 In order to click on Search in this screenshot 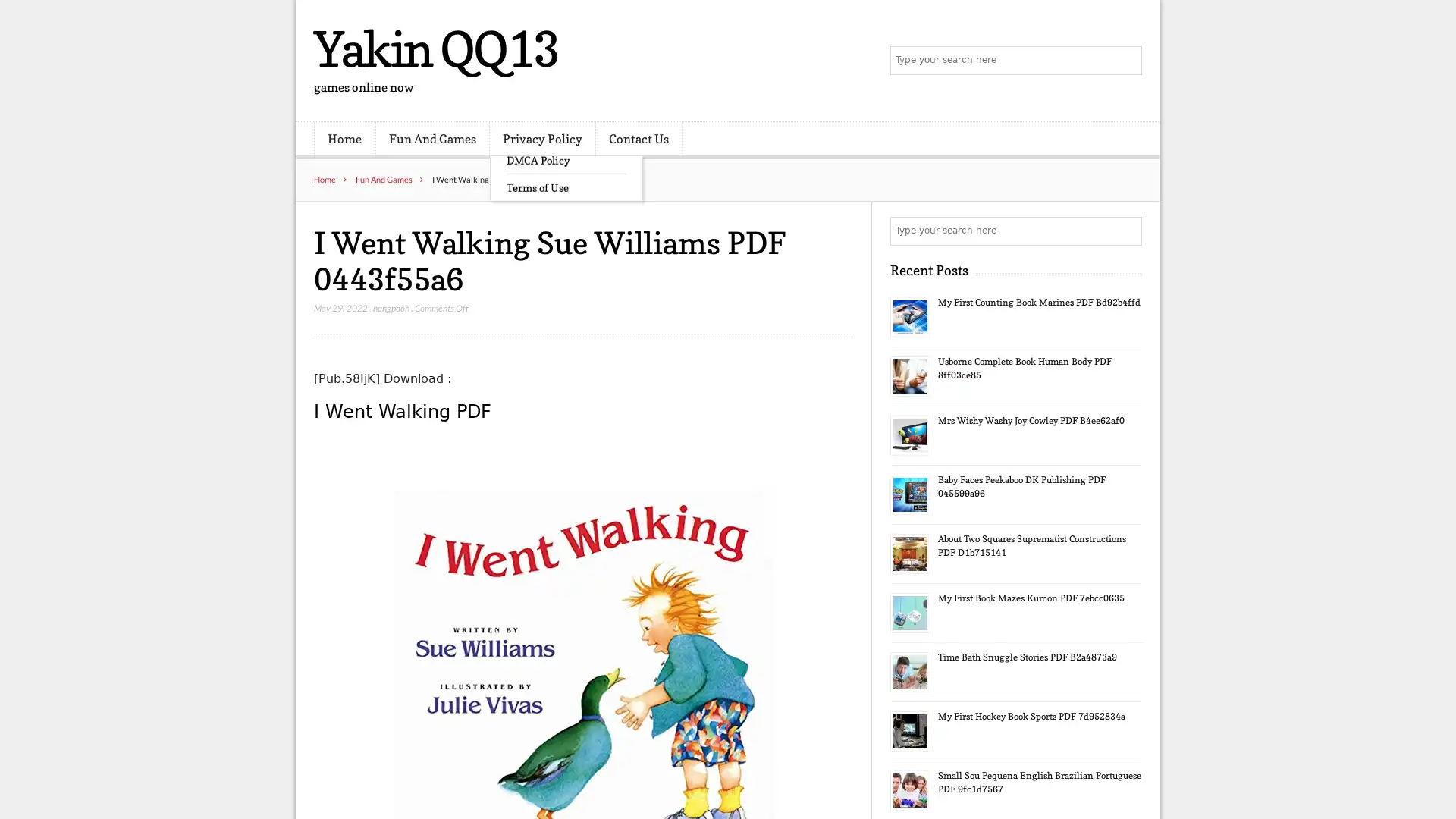, I will do `click(1126, 61)`.